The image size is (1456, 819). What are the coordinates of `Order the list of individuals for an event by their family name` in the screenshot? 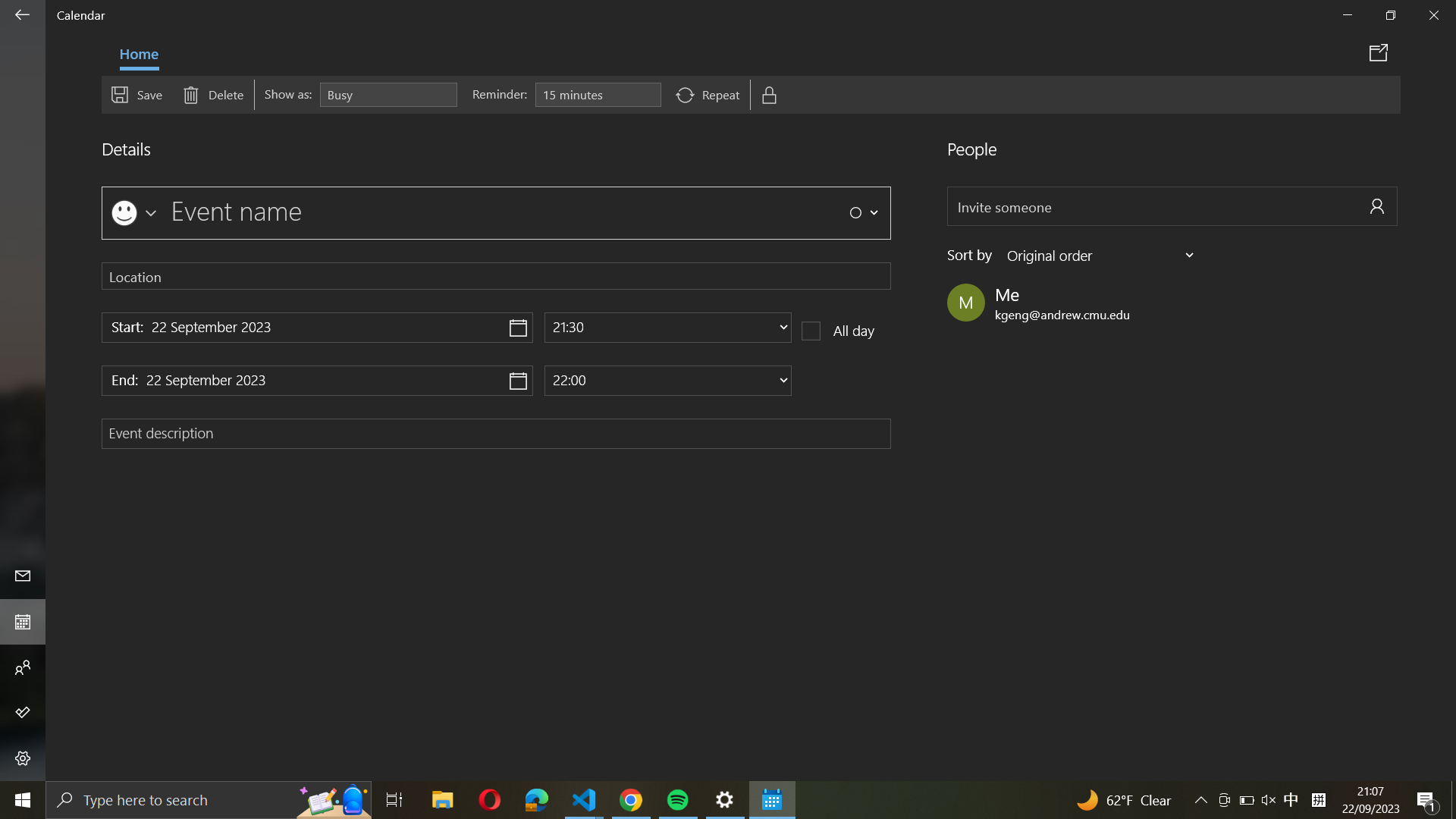 It's located at (1102, 254).